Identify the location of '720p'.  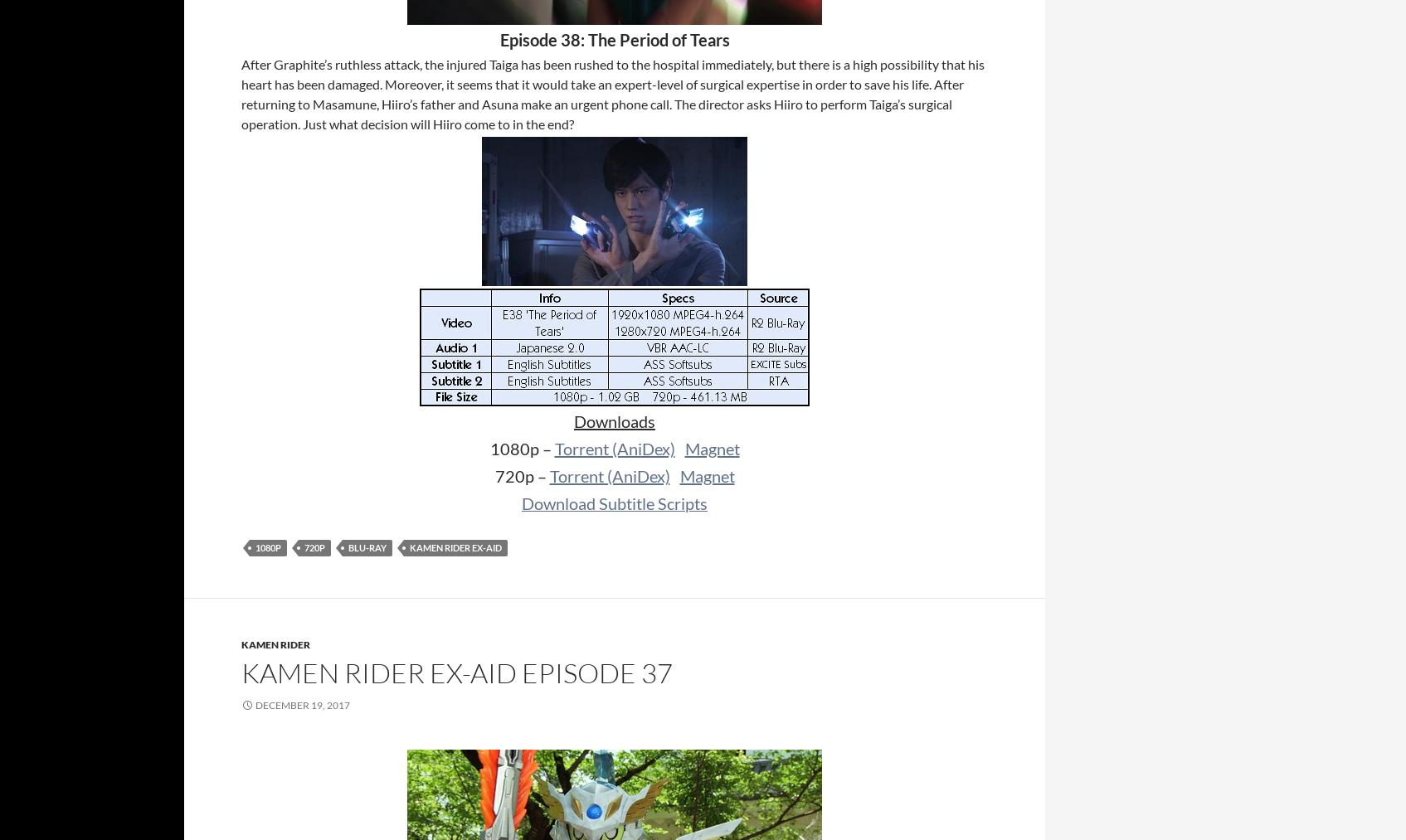
(314, 546).